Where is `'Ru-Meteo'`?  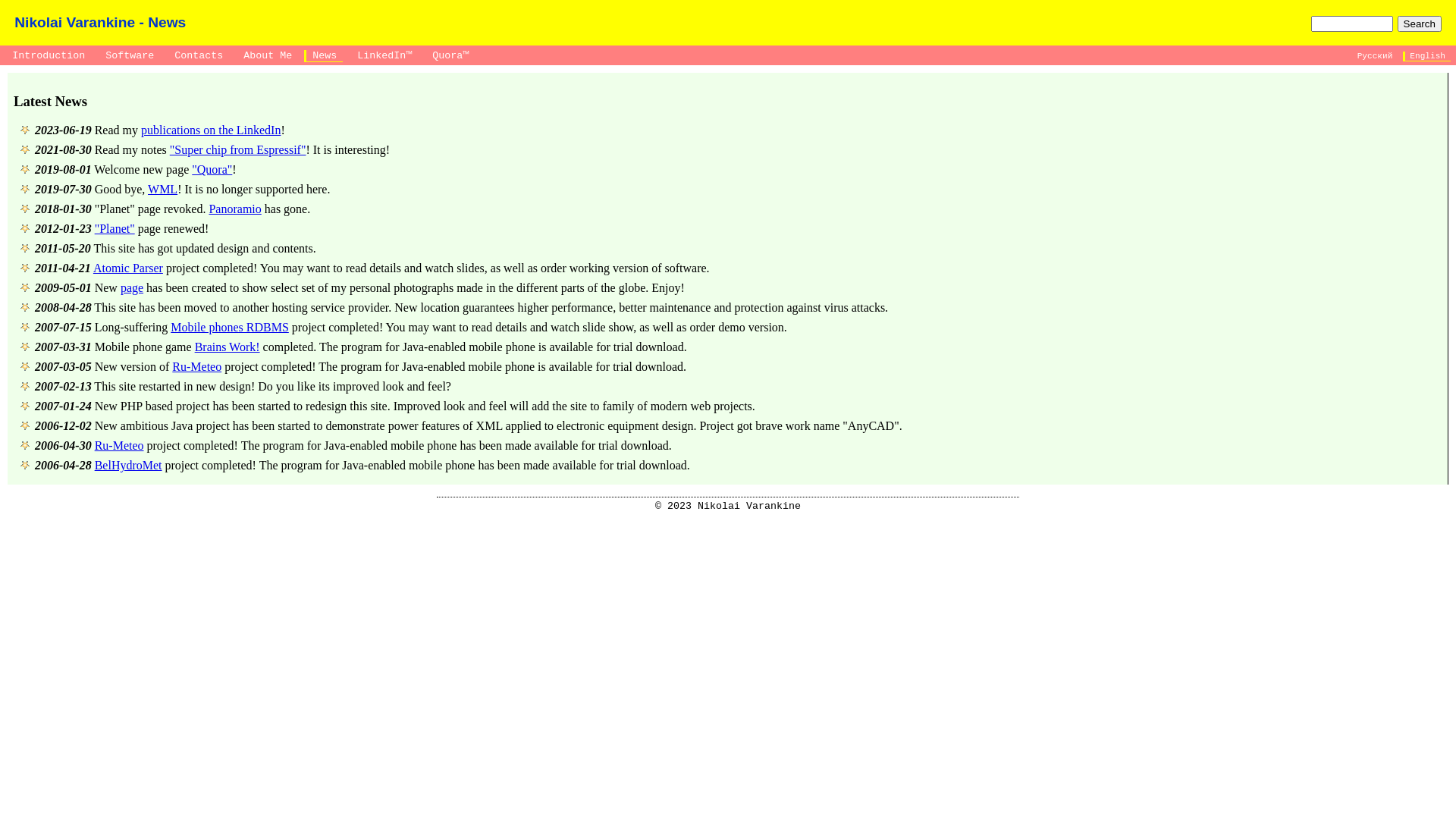 'Ru-Meteo' is located at coordinates (196, 366).